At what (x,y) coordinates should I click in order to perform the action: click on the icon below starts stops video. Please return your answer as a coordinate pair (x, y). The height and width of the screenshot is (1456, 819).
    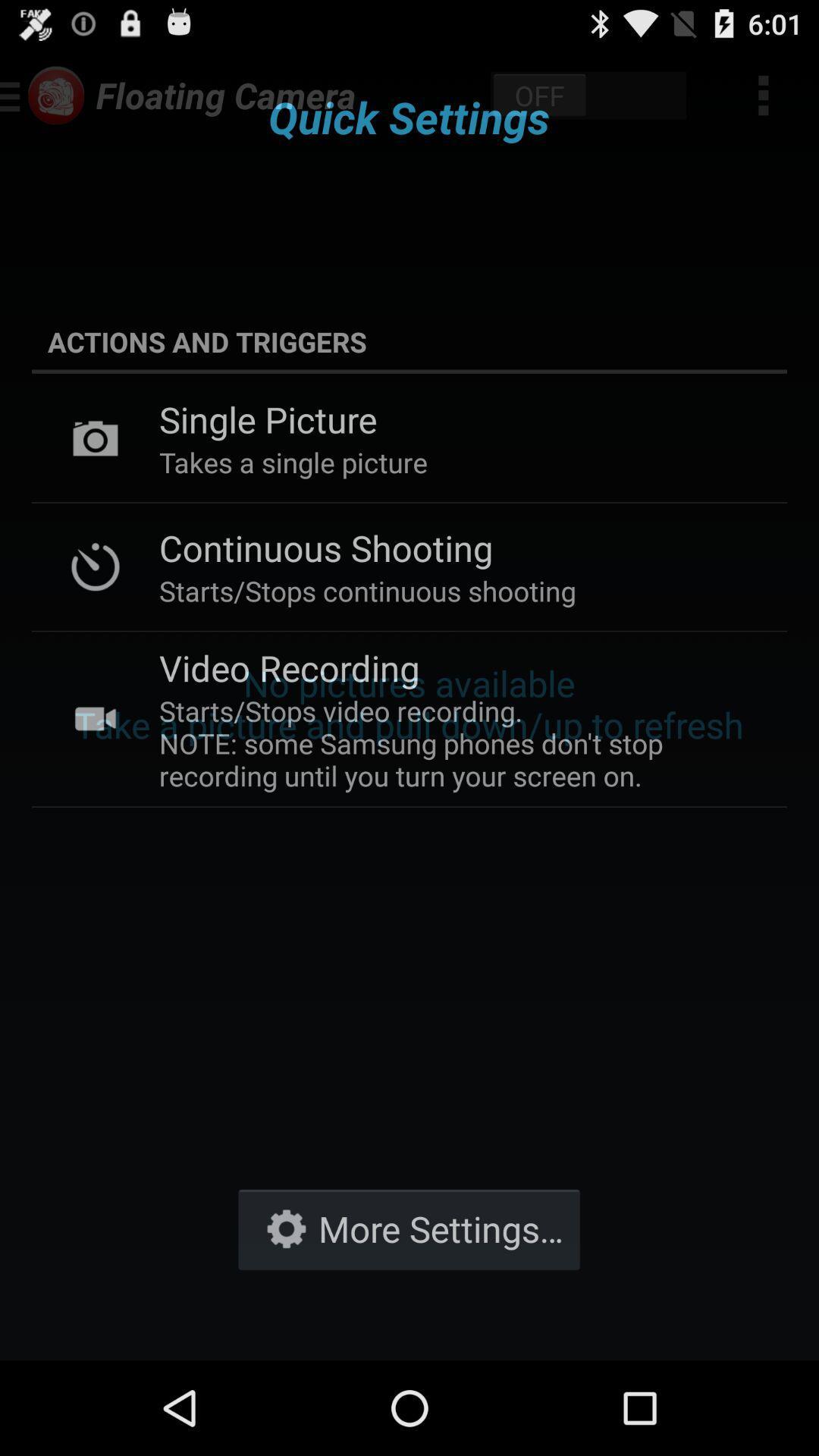
    Looking at the image, I should click on (408, 1228).